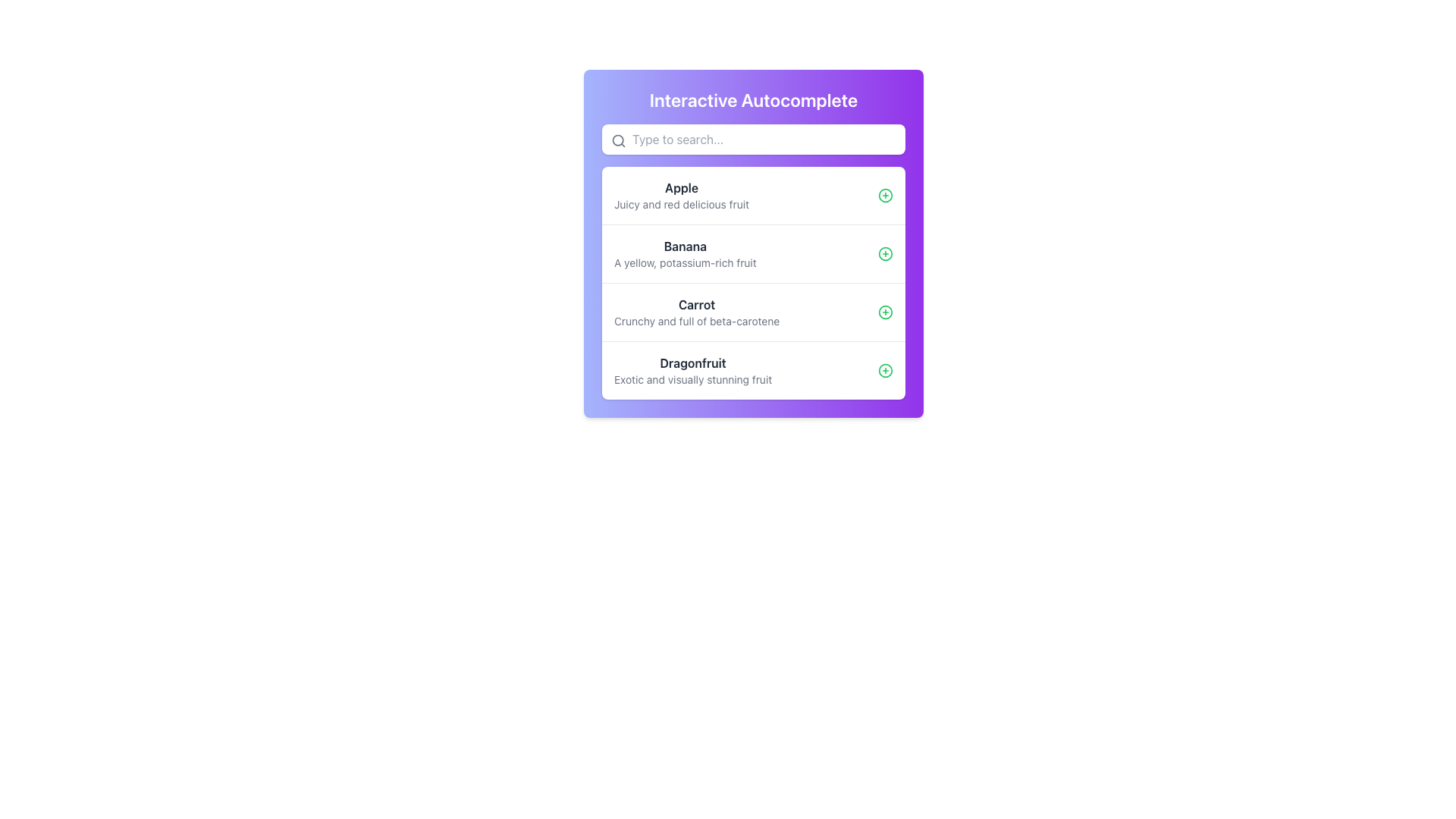  I want to click on the text label identifying the first item in the list as 'Apple' which is positioned at the top of the first entry in the autocomplete menu, so click(680, 187).